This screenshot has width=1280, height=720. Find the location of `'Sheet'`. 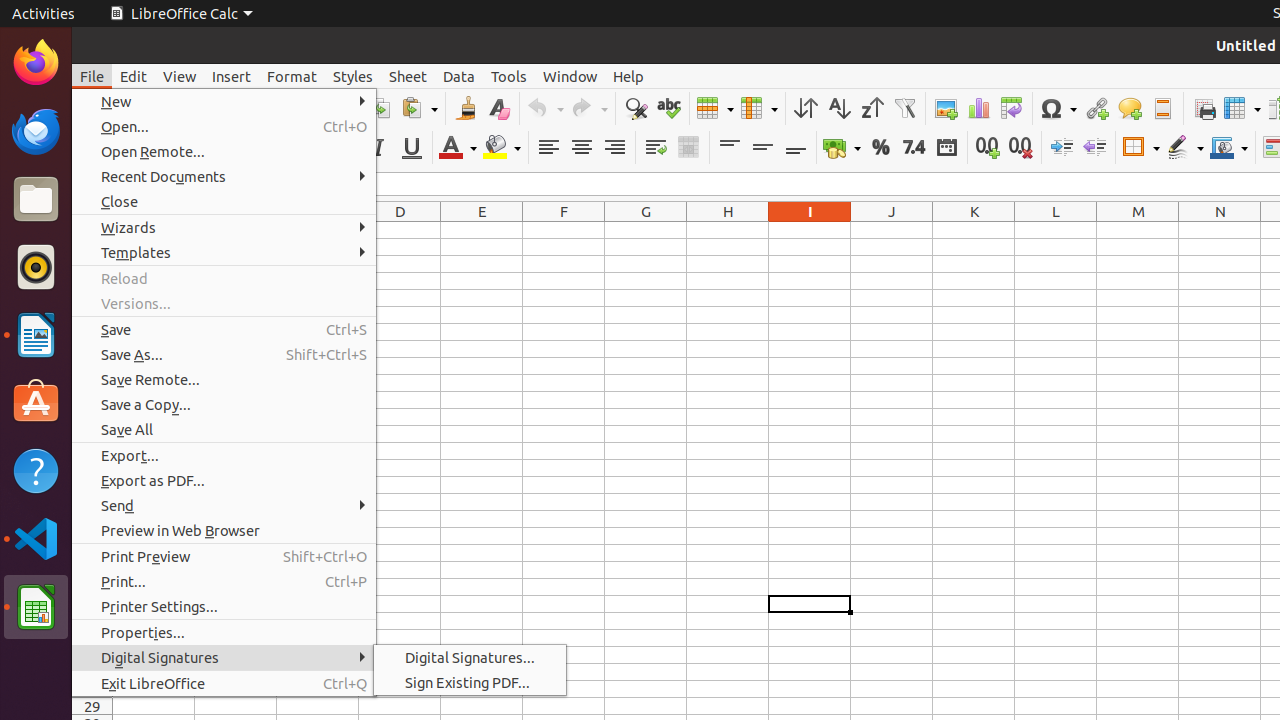

'Sheet' is located at coordinates (406, 75).